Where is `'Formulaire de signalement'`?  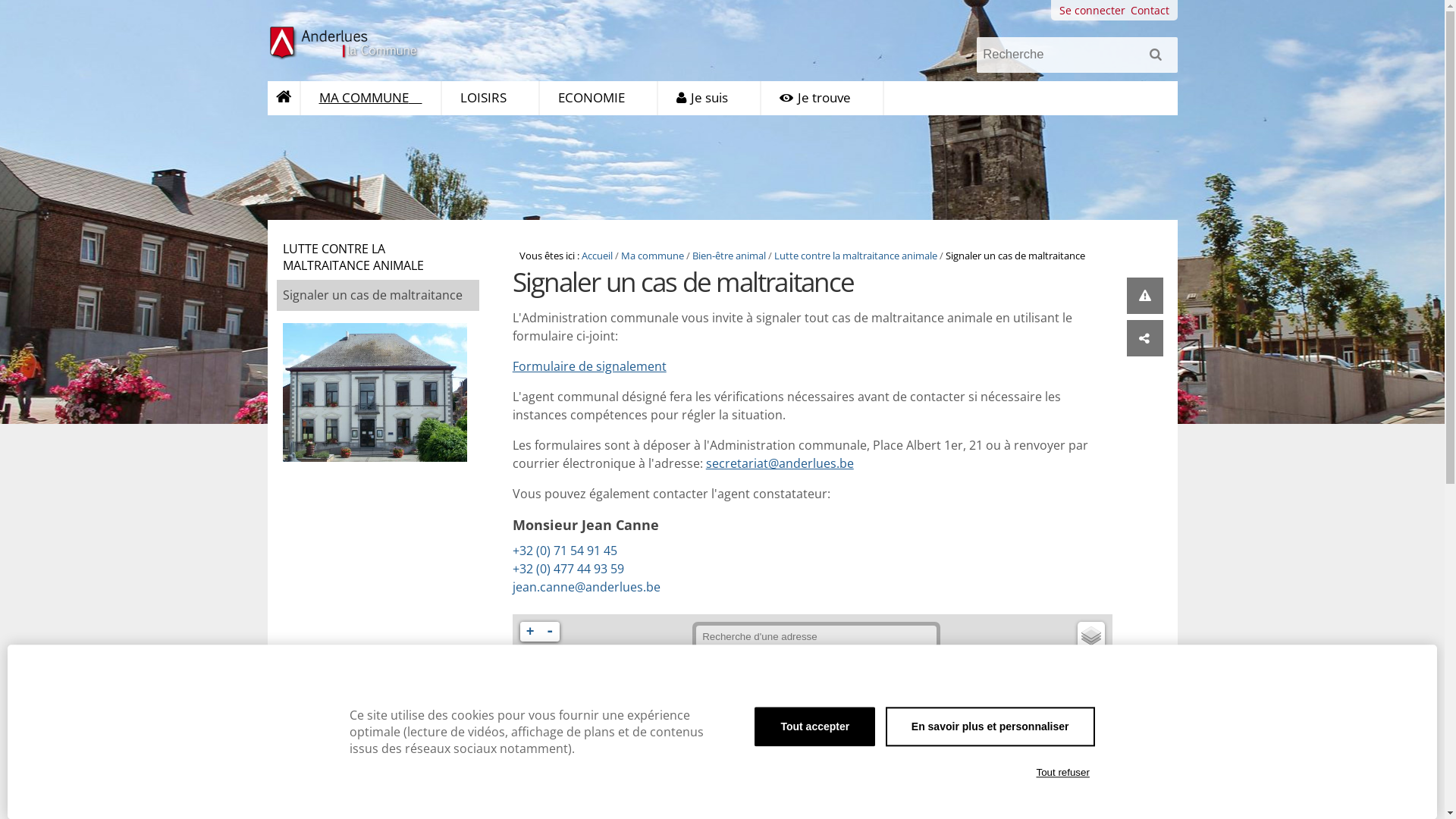
'Formulaire de signalement' is located at coordinates (588, 366).